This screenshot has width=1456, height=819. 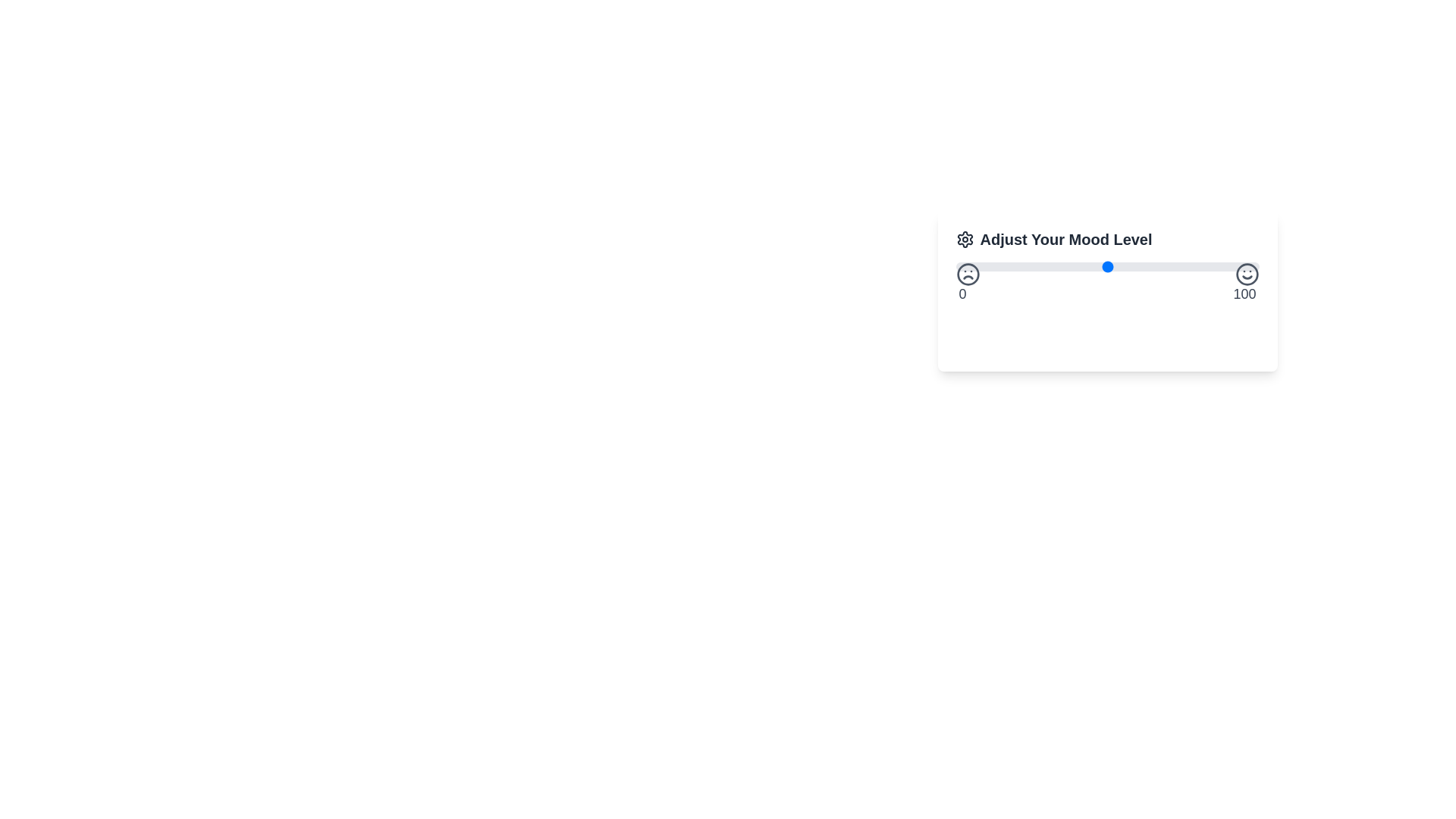 I want to click on the circular smiling face emoji icon, which is located at the rightmost position of a mood adjustment slider, adjacent to the '100' label, so click(x=1247, y=275).